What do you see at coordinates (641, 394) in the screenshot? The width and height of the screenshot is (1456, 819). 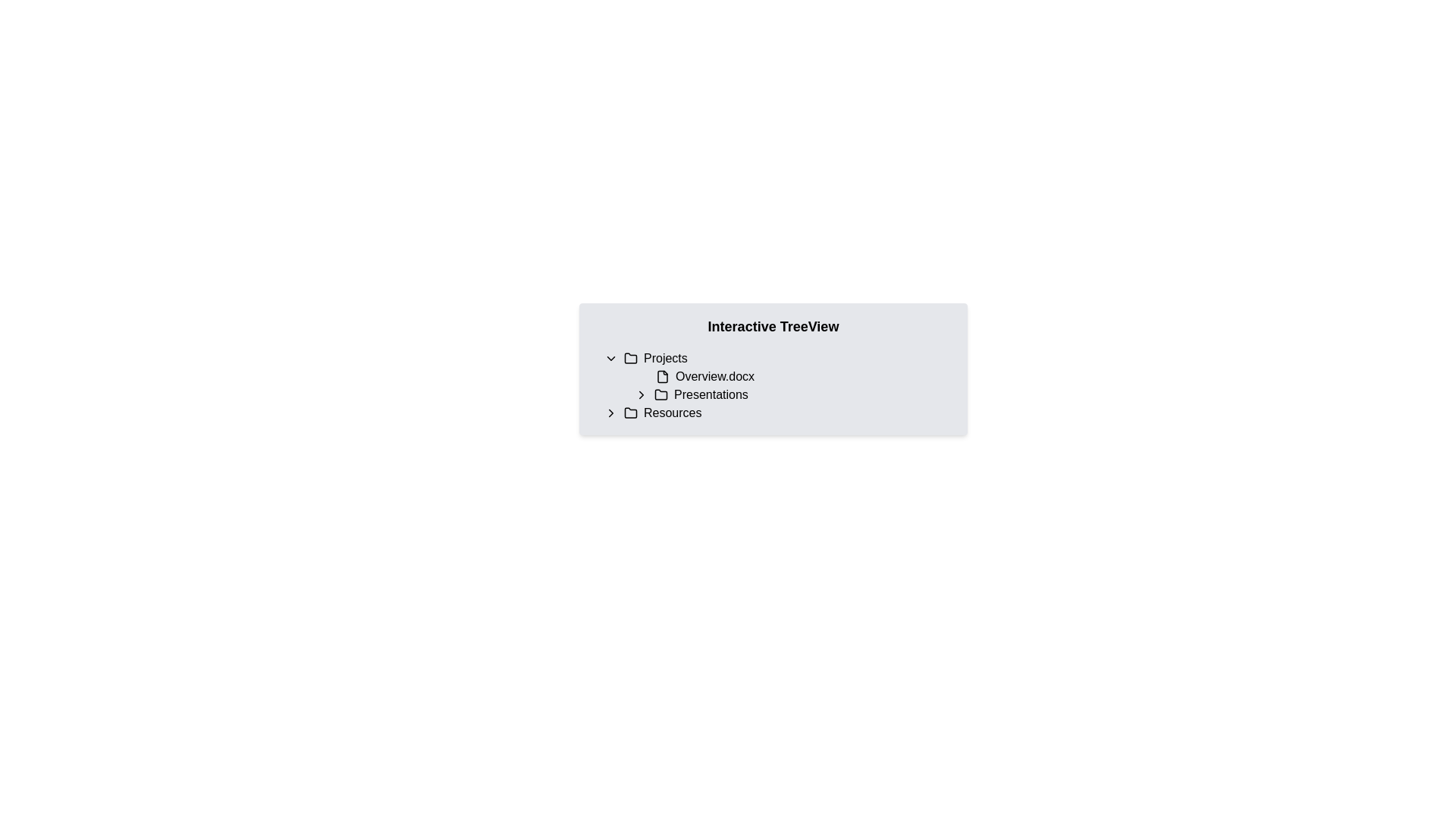 I see `the Expandable control icon (Chevron) located to the left of the 'Presentations' label in the 'Interactive TreeView' section` at bounding box center [641, 394].